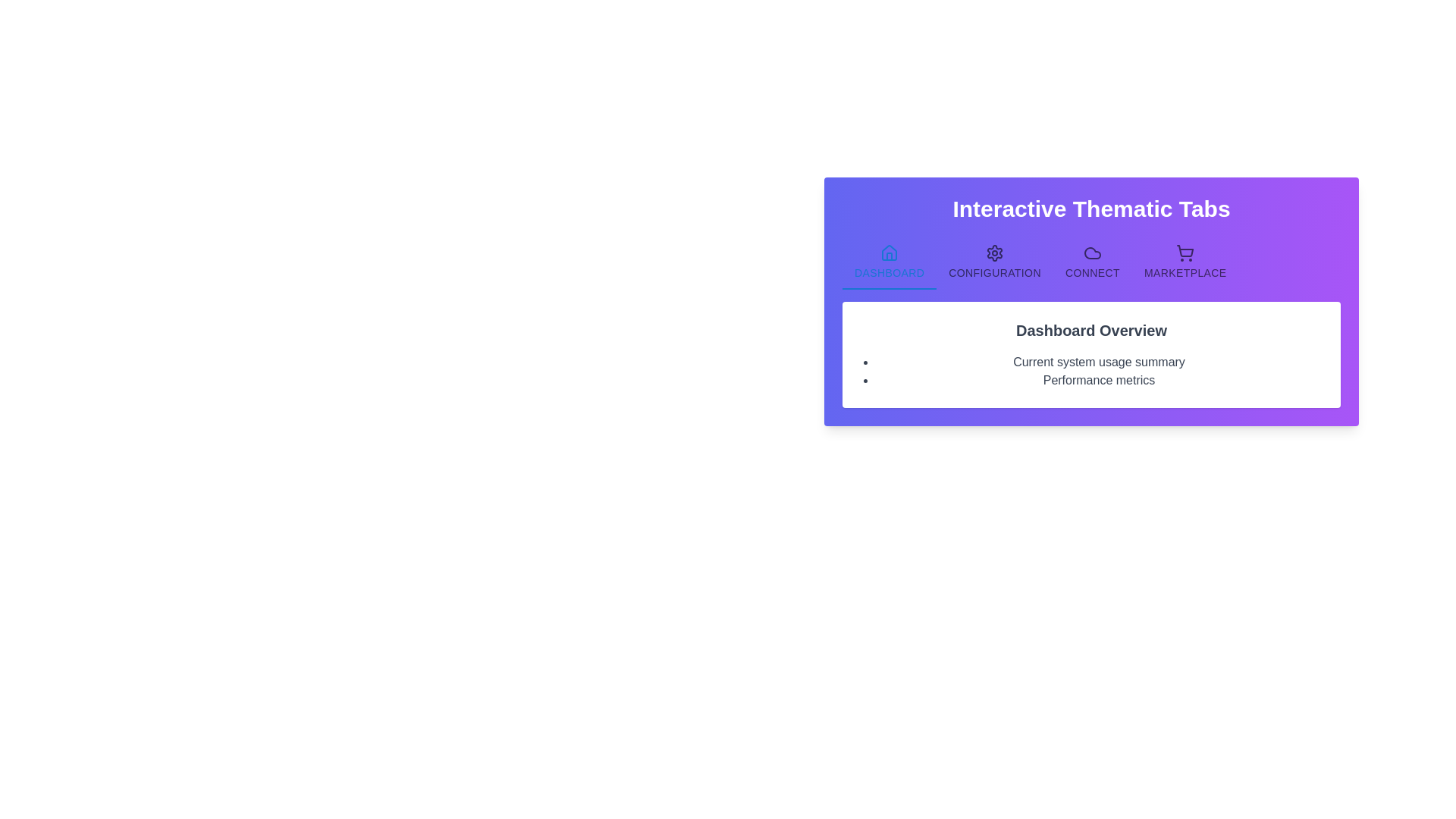  What do you see at coordinates (995, 253) in the screenshot?
I see `the 'Configuration' icon` at bounding box center [995, 253].